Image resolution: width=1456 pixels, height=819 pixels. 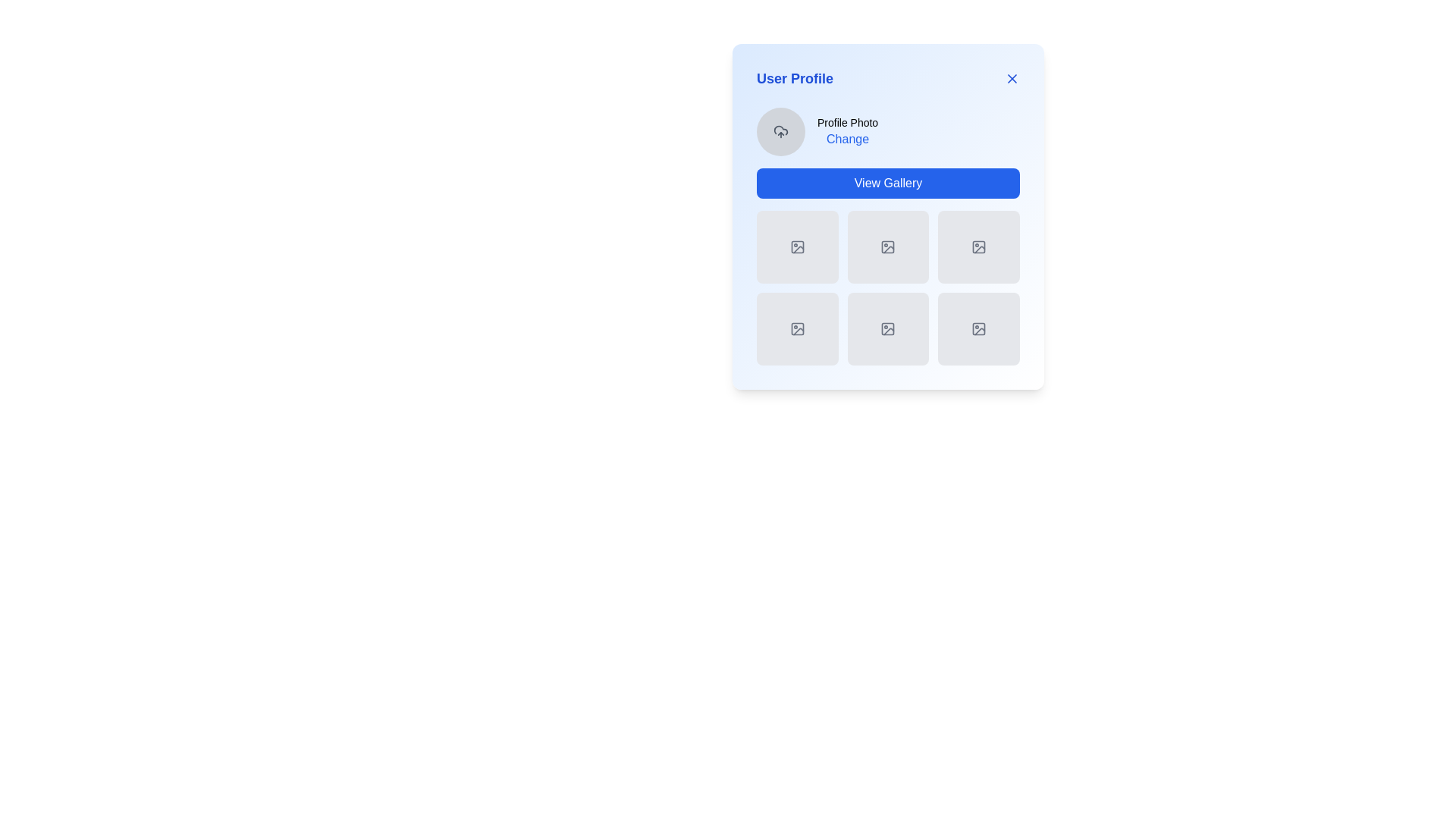 I want to click on the rectangular button with a blue background and white text reading 'View Gallery' to observe the hover effect, so click(x=888, y=183).